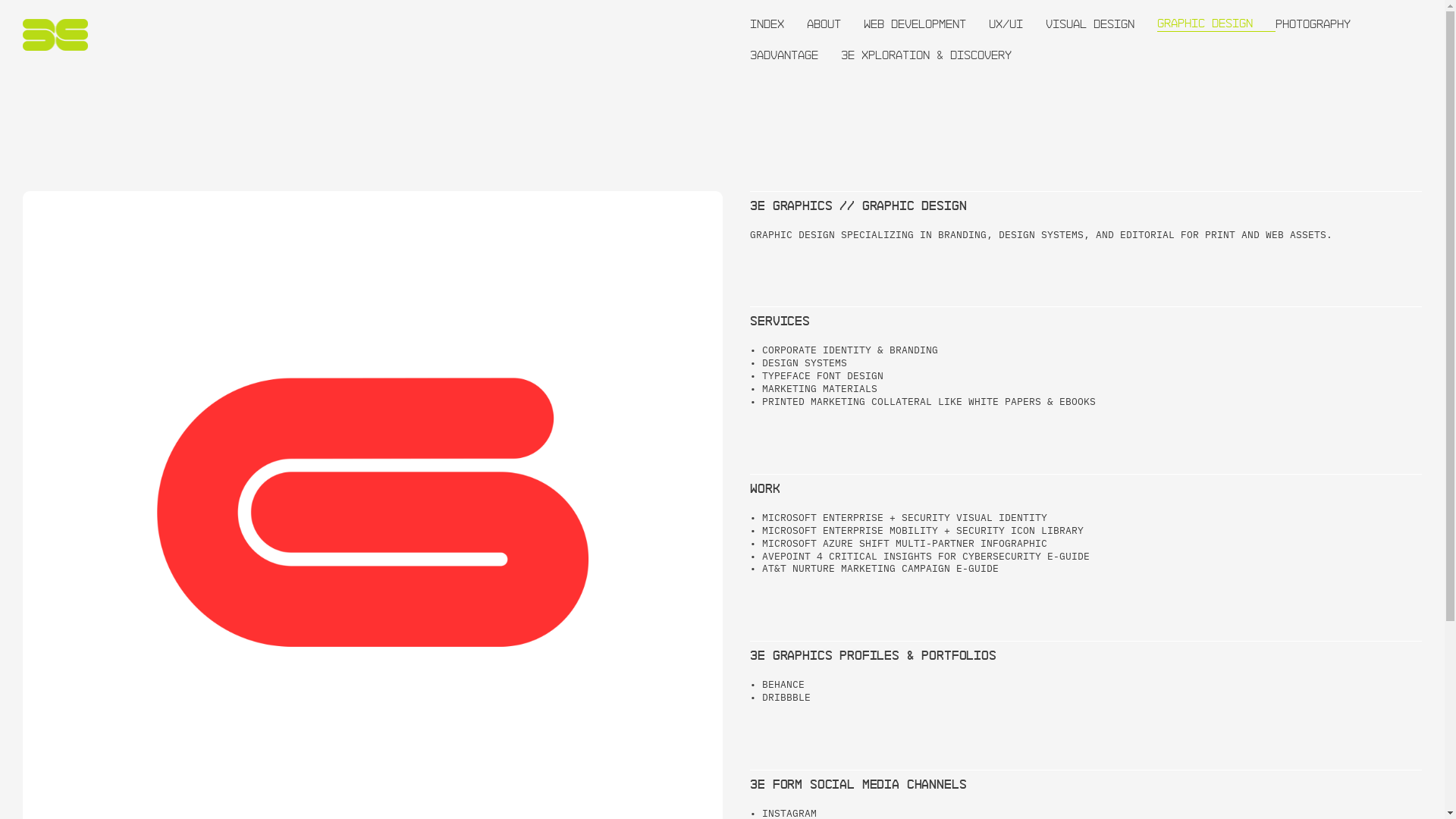  I want to click on 'ABOUT', so click(834, 15).